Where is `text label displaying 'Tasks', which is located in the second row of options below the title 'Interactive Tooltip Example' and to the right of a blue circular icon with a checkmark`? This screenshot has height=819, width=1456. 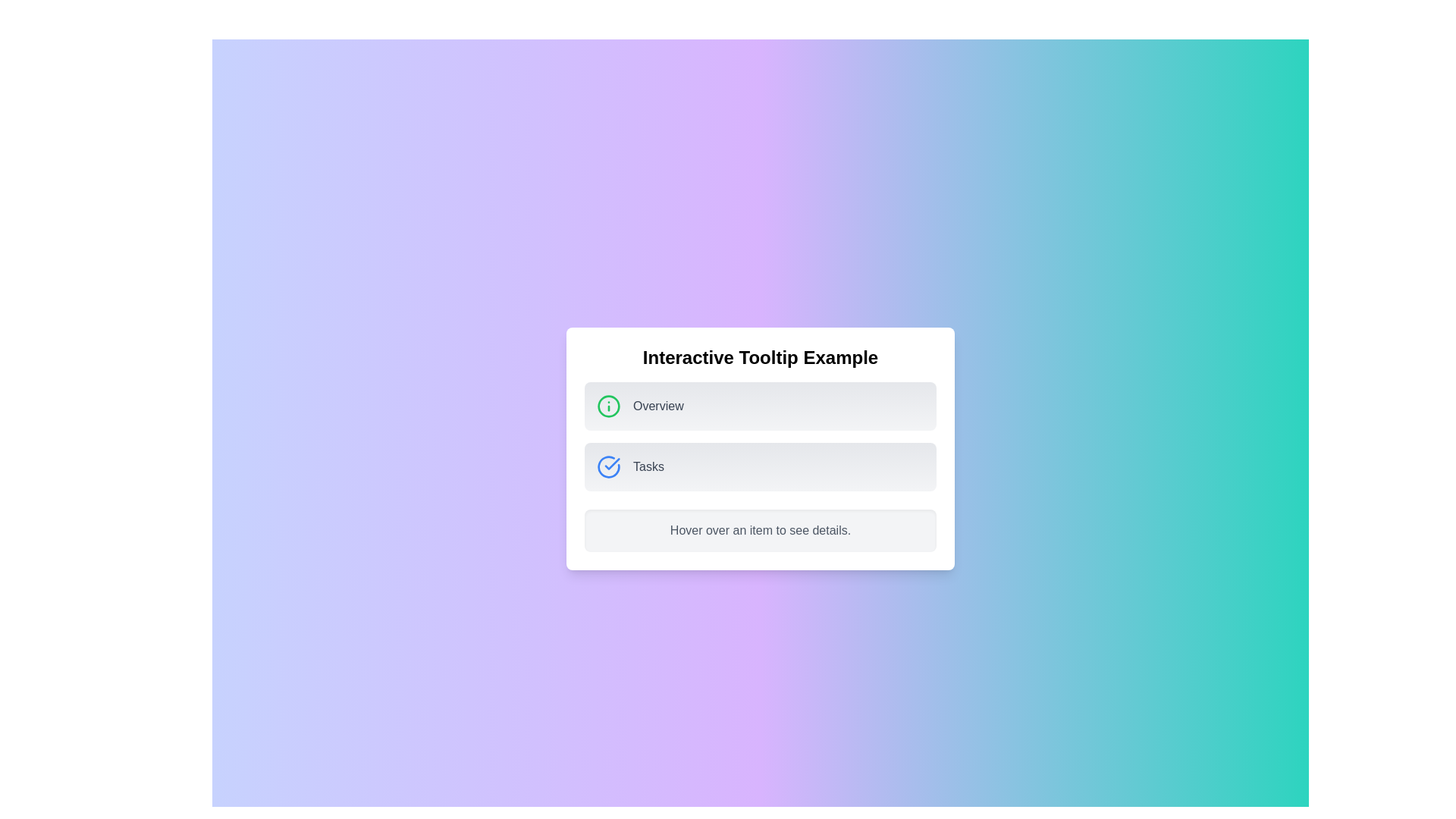 text label displaying 'Tasks', which is located in the second row of options below the title 'Interactive Tooltip Example' and to the right of a blue circular icon with a checkmark is located at coordinates (648, 466).